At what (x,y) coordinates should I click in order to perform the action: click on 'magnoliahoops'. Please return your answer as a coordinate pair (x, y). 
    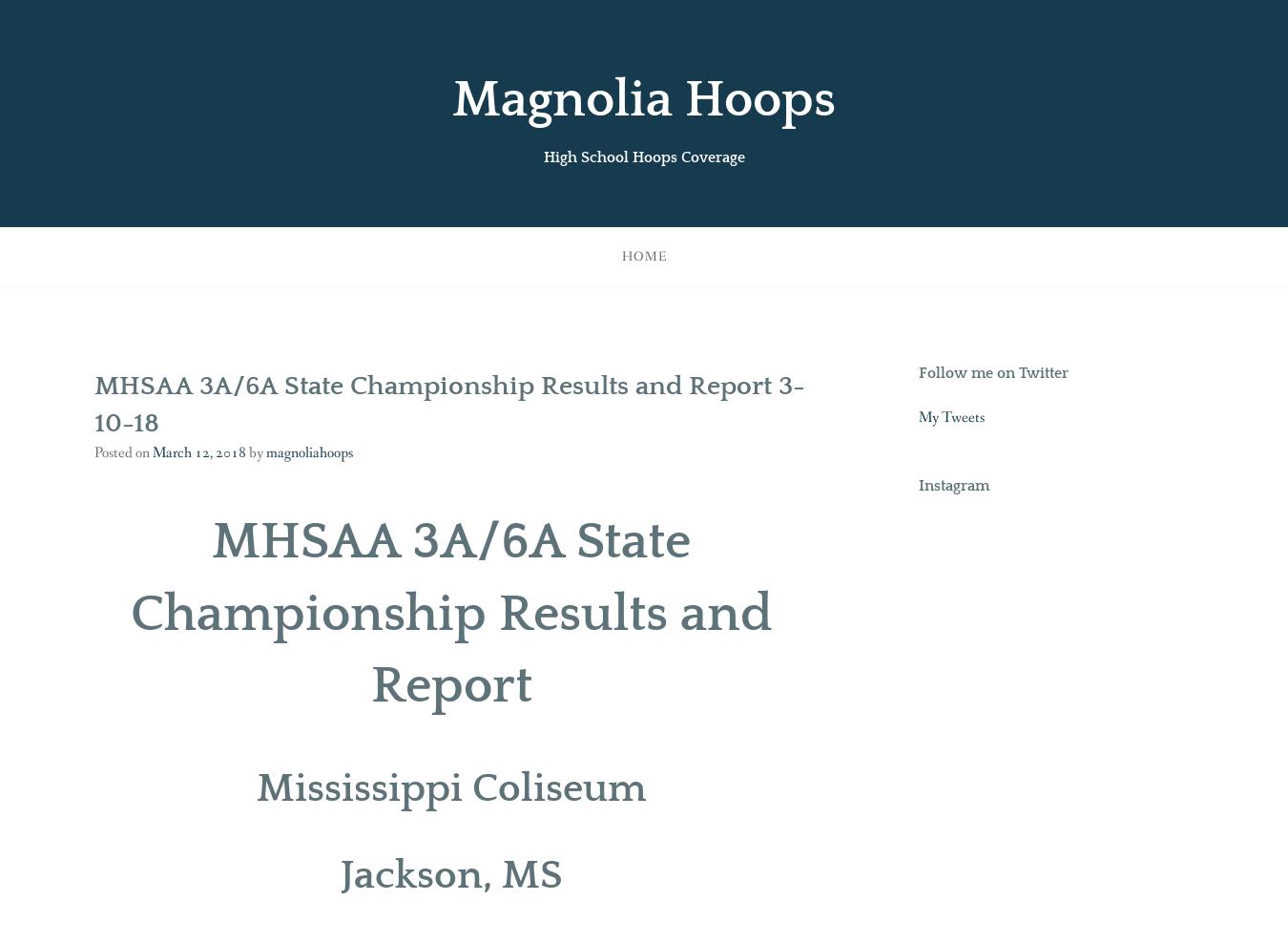
    Looking at the image, I should click on (308, 451).